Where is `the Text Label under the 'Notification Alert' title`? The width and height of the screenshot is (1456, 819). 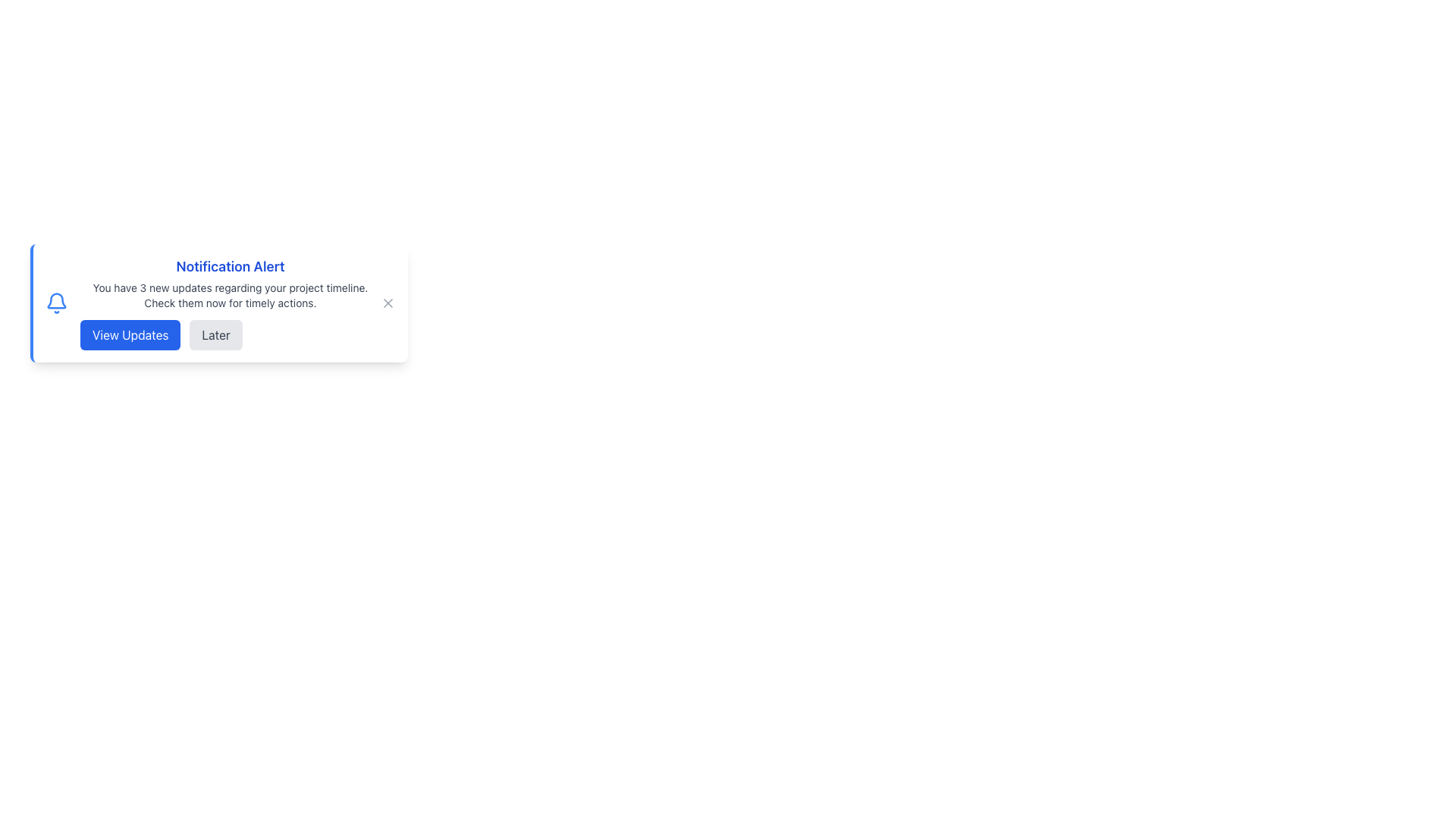
the Text Label under the 'Notification Alert' title is located at coordinates (229, 295).